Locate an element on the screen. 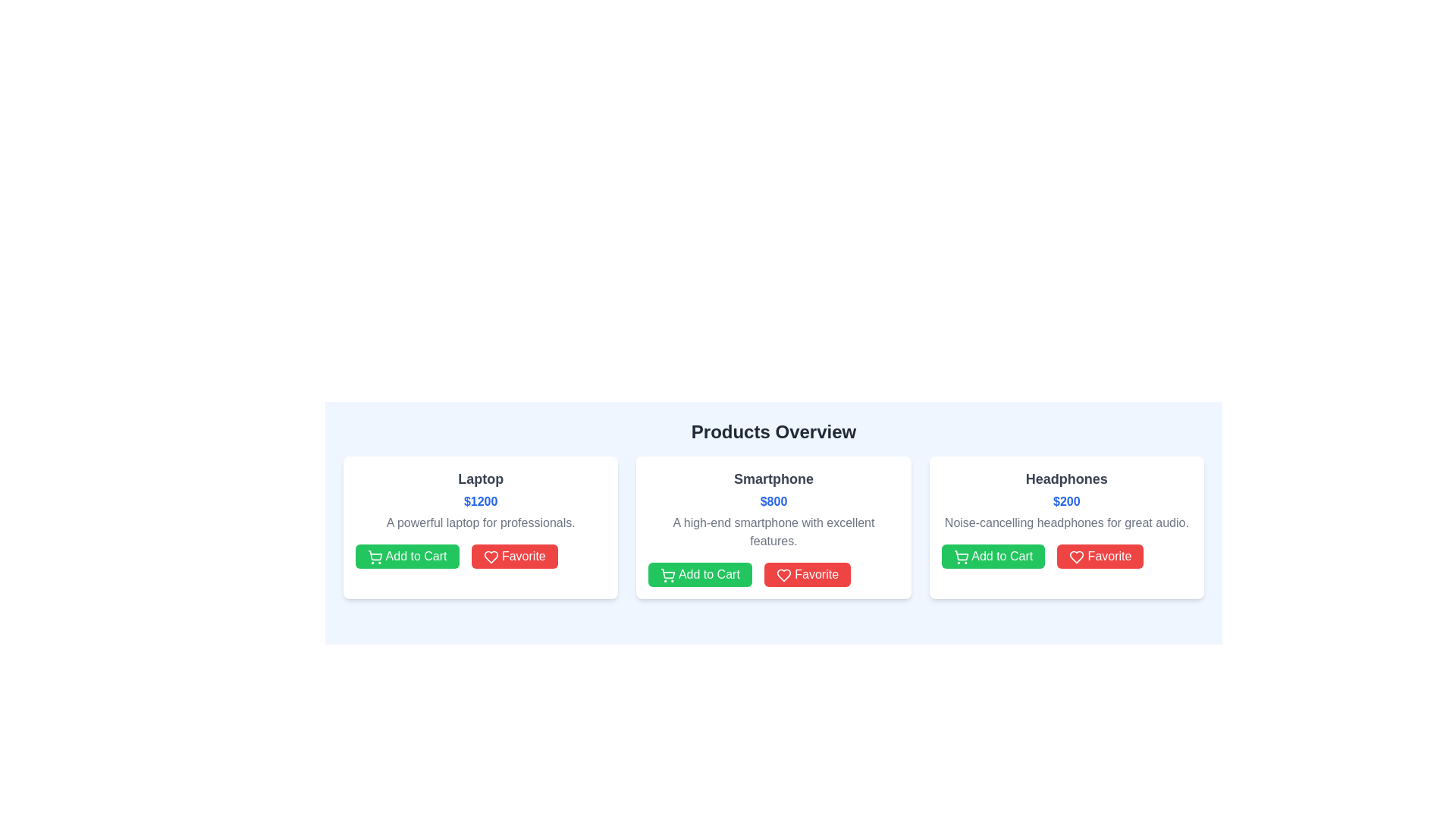 The height and width of the screenshot is (819, 1456). text content of the Header element, which serves as the title for the section above the product cards is located at coordinates (773, 432).